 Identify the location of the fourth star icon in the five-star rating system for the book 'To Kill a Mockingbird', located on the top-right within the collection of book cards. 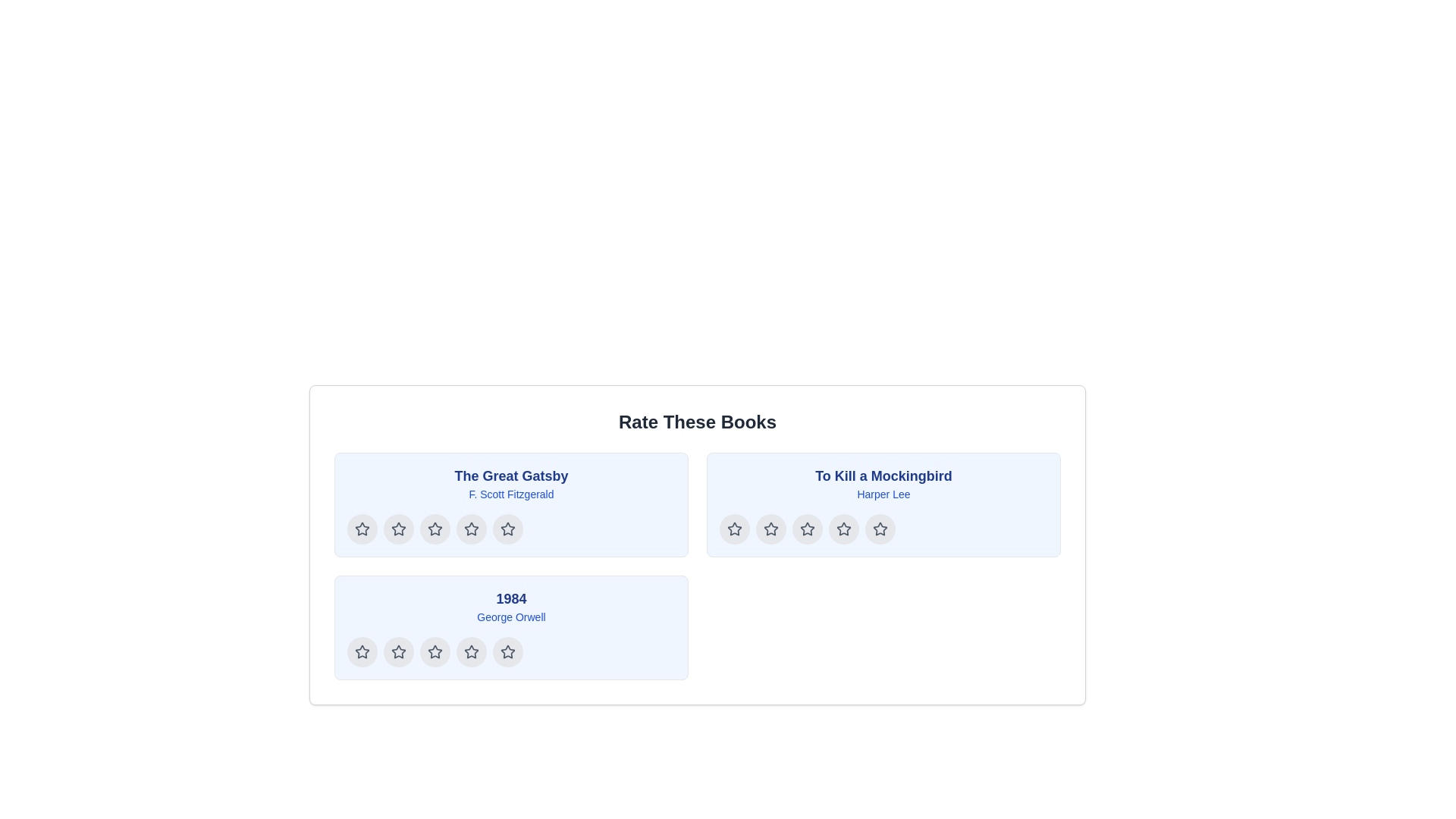
(807, 528).